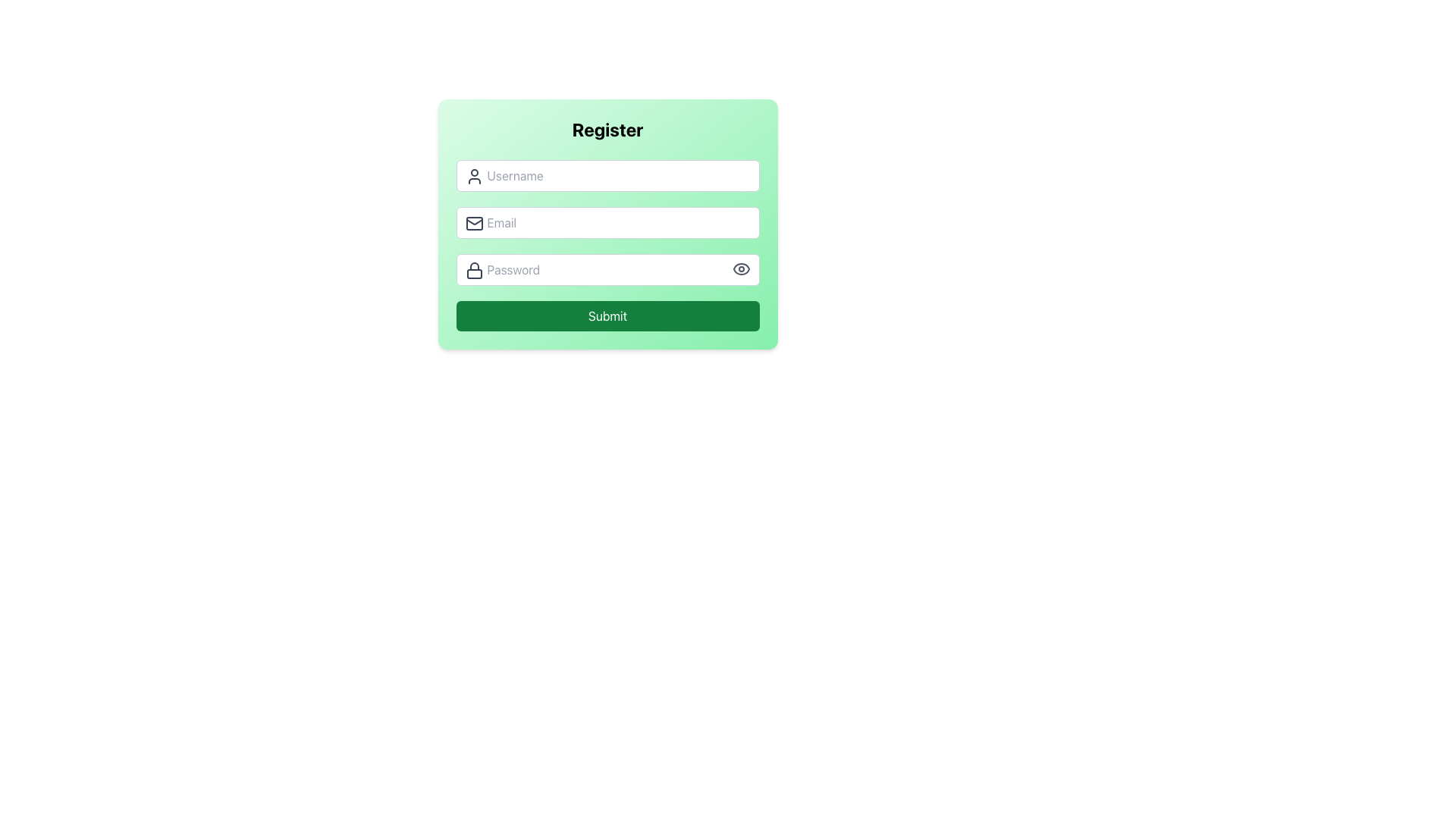  Describe the element at coordinates (607, 315) in the screenshot. I see `the green 'Submit' button located at the bottom of the registration form` at that location.